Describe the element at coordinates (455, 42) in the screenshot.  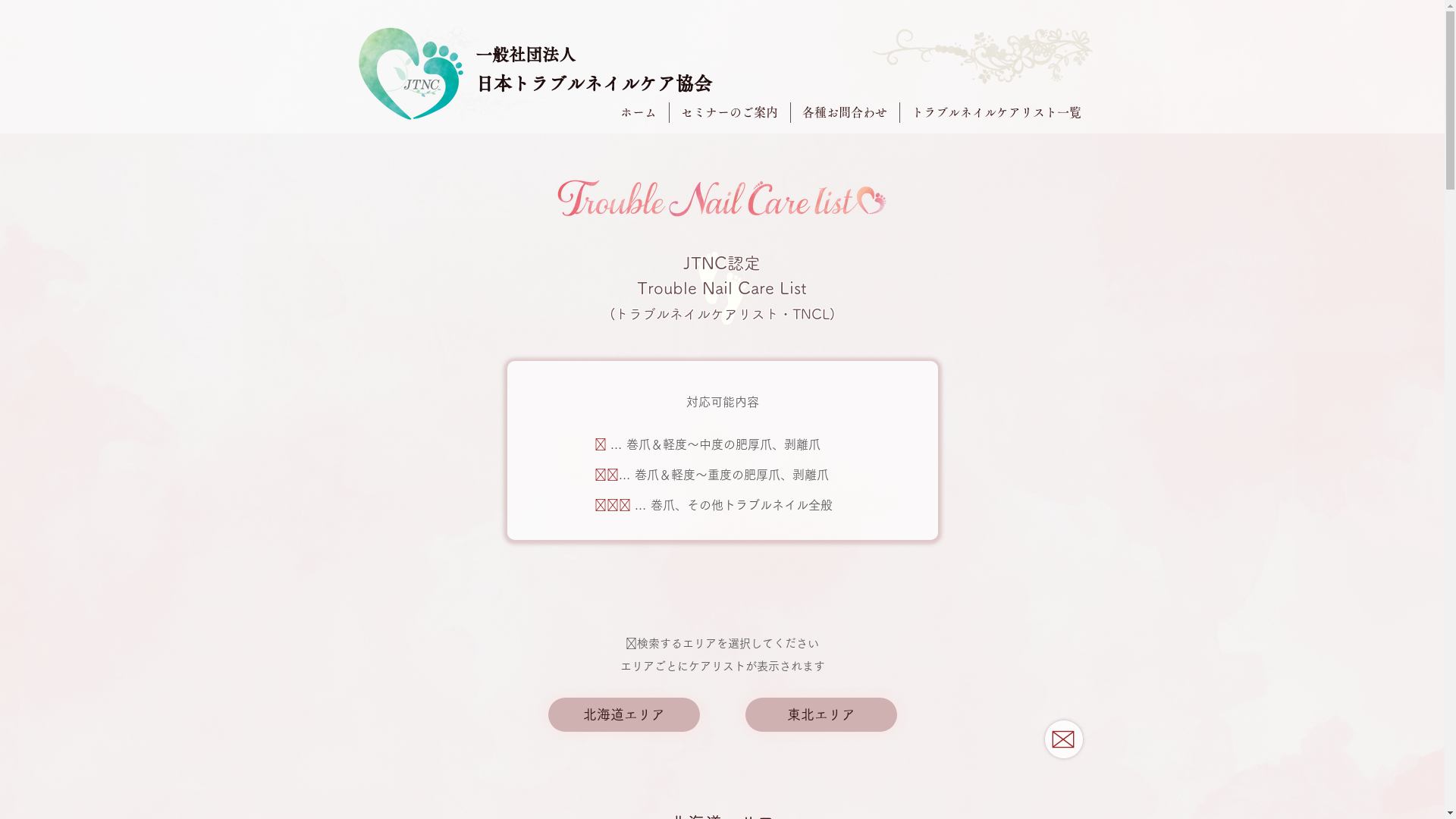
I see `'soushoku04.png'` at that location.